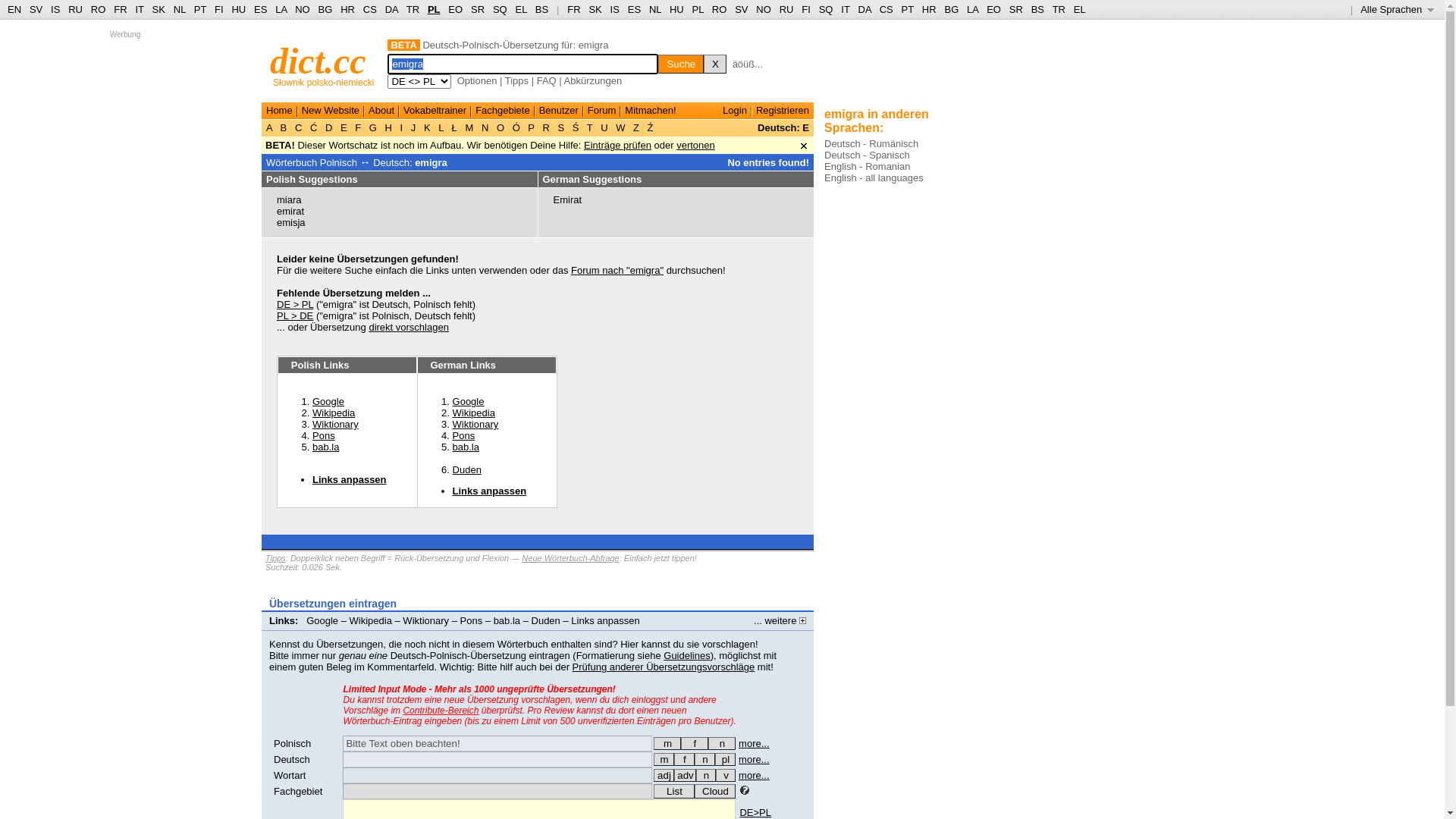  What do you see at coordinates (695, 145) in the screenshot?
I see `'vertonen'` at bounding box center [695, 145].